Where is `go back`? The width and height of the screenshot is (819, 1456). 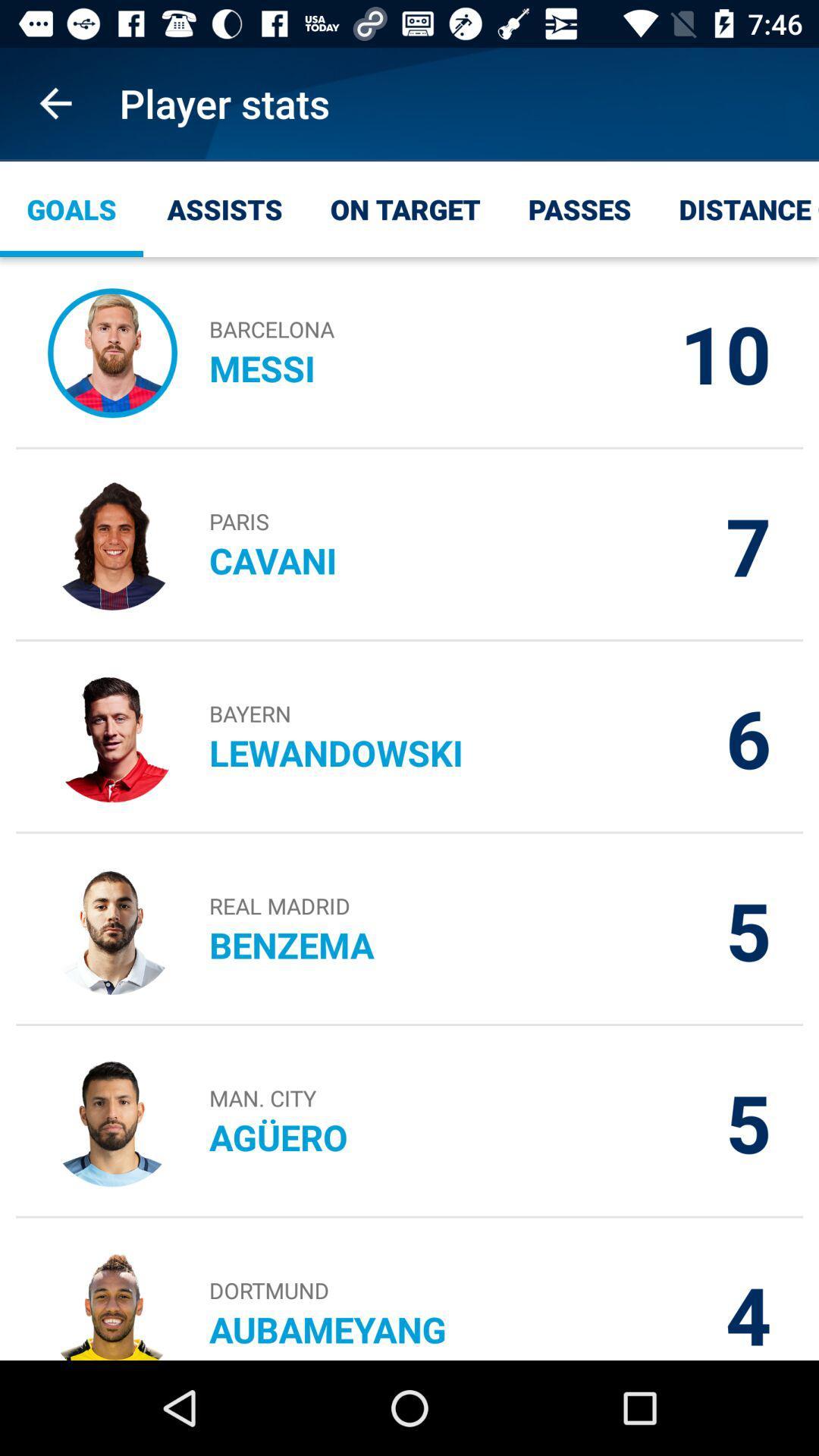
go back is located at coordinates (55, 102).